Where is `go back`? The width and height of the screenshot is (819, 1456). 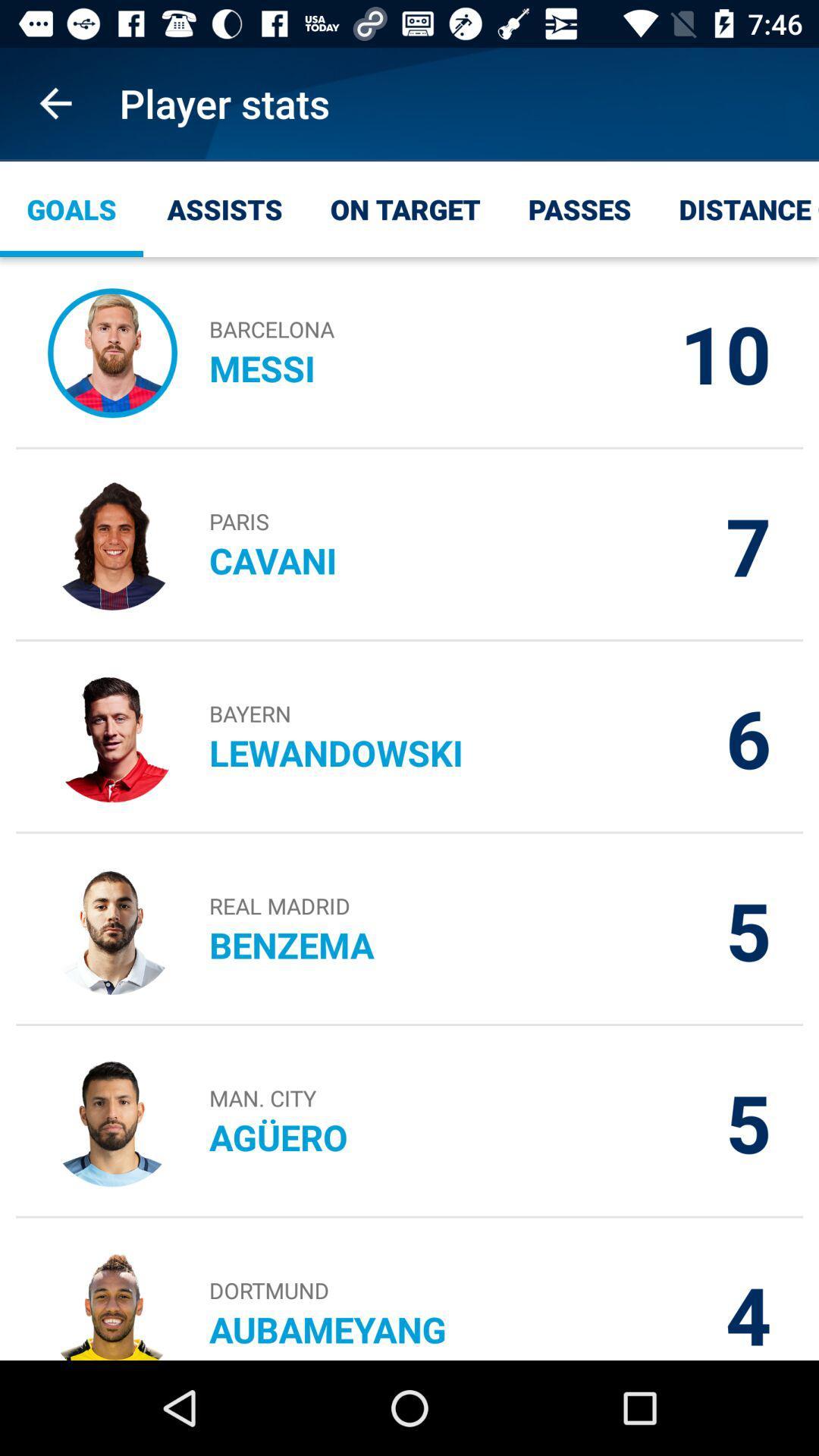
go back is located at coordinates (55, 102).